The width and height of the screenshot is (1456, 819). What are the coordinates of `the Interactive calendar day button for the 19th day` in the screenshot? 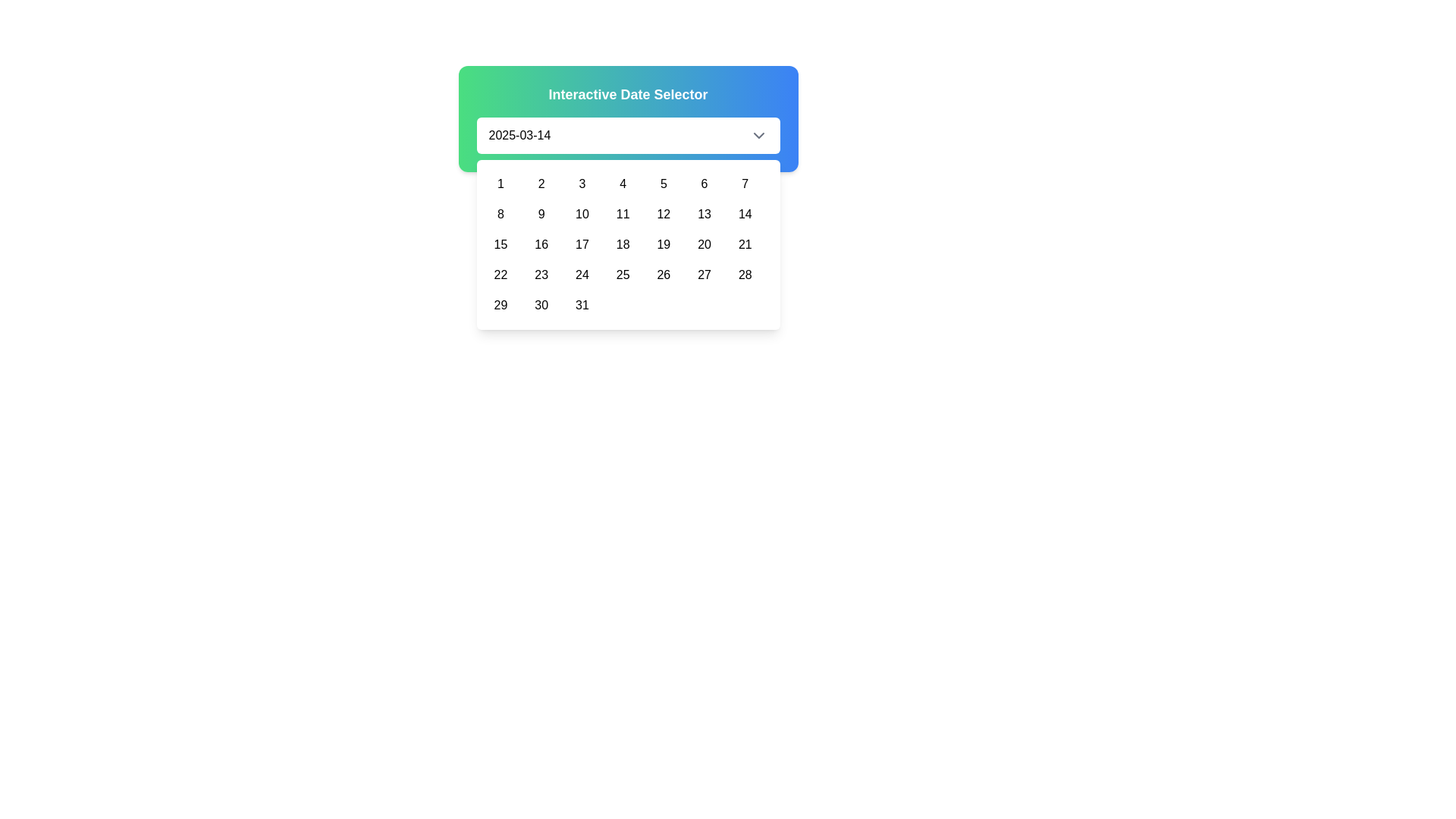 It's located at (664, 244).